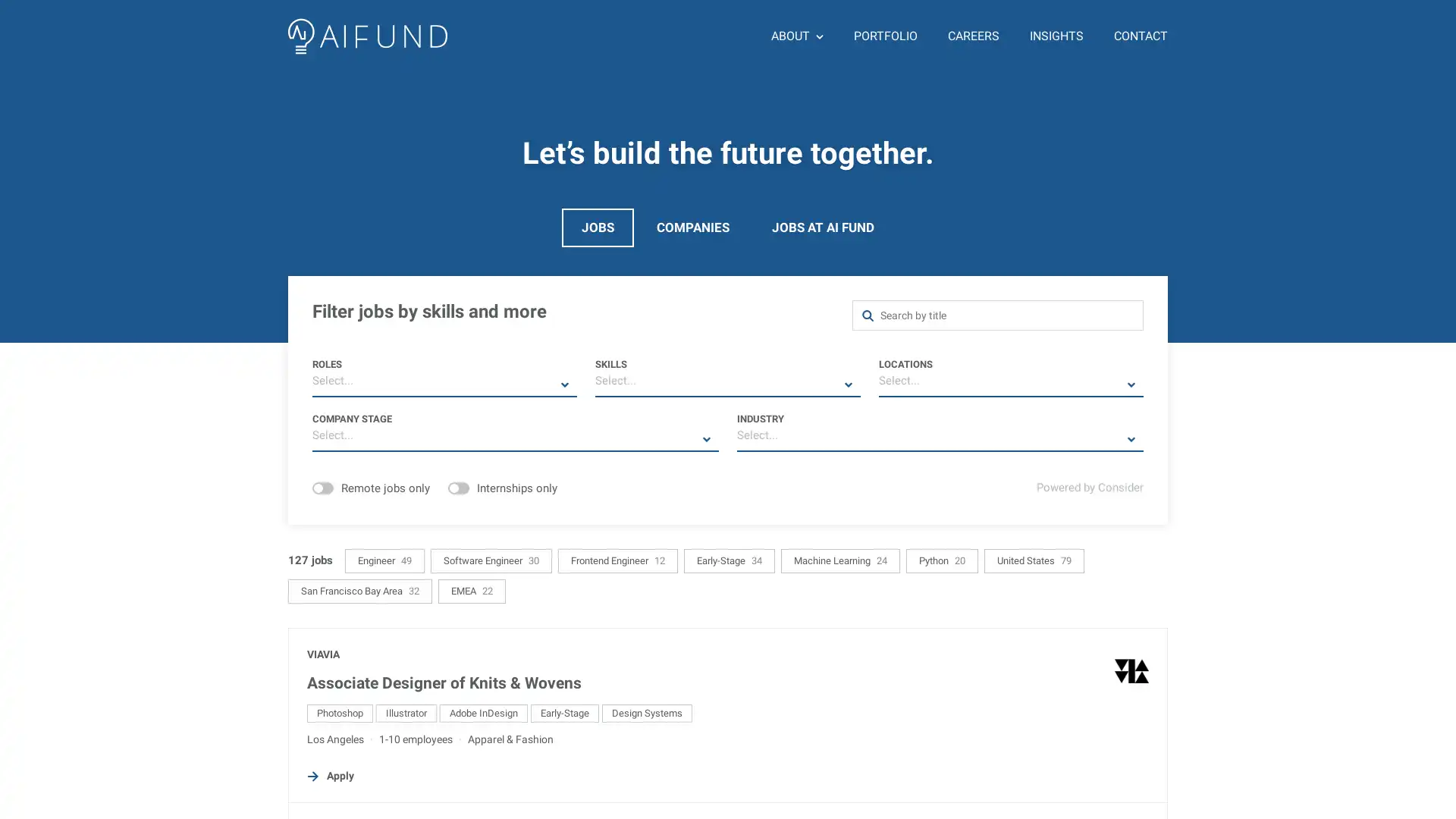 The width and height of the screenshot is (1456, 819). What do you see at coordinates (726, 372) in the screenshot?
I see `SKILLS Select...` at bounding box center [726, 372].